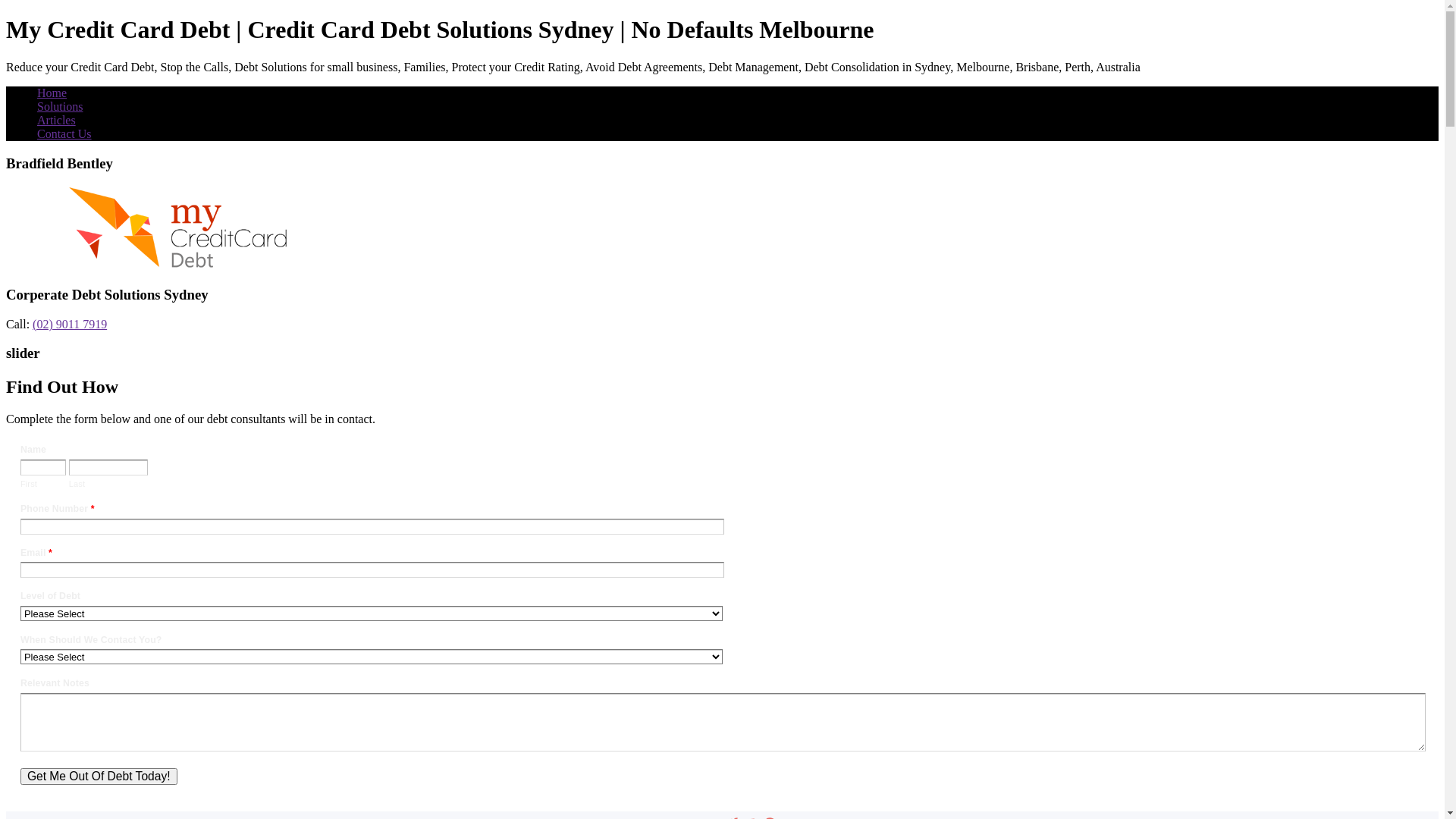 This screenshot has width=1456, height=819. Describe the element at coordinates (68, 323) in the screenshot. I see `'(02) 9011 7919'` at that location.